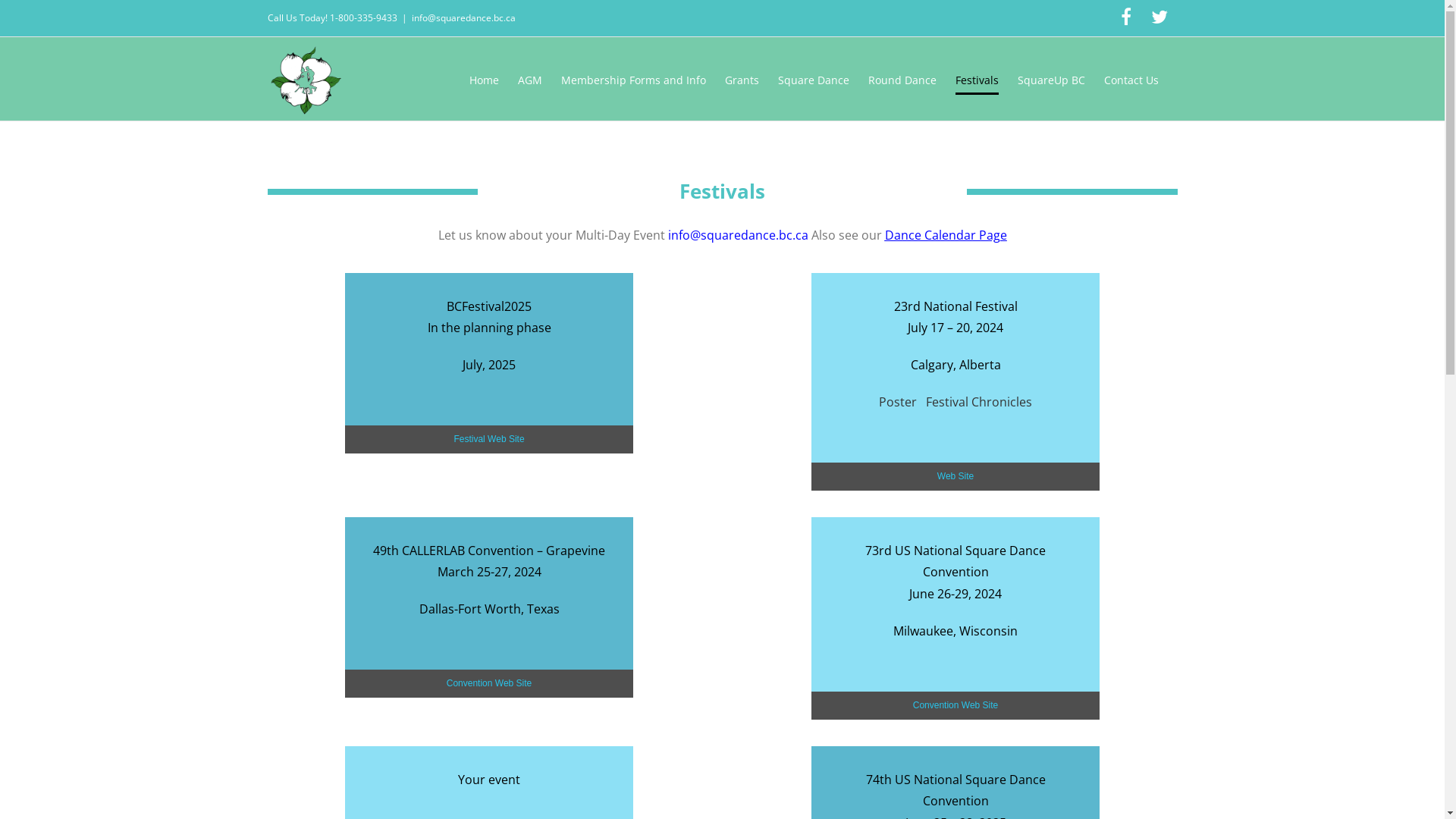  I want to click on 'AGM', so click(529, 80).